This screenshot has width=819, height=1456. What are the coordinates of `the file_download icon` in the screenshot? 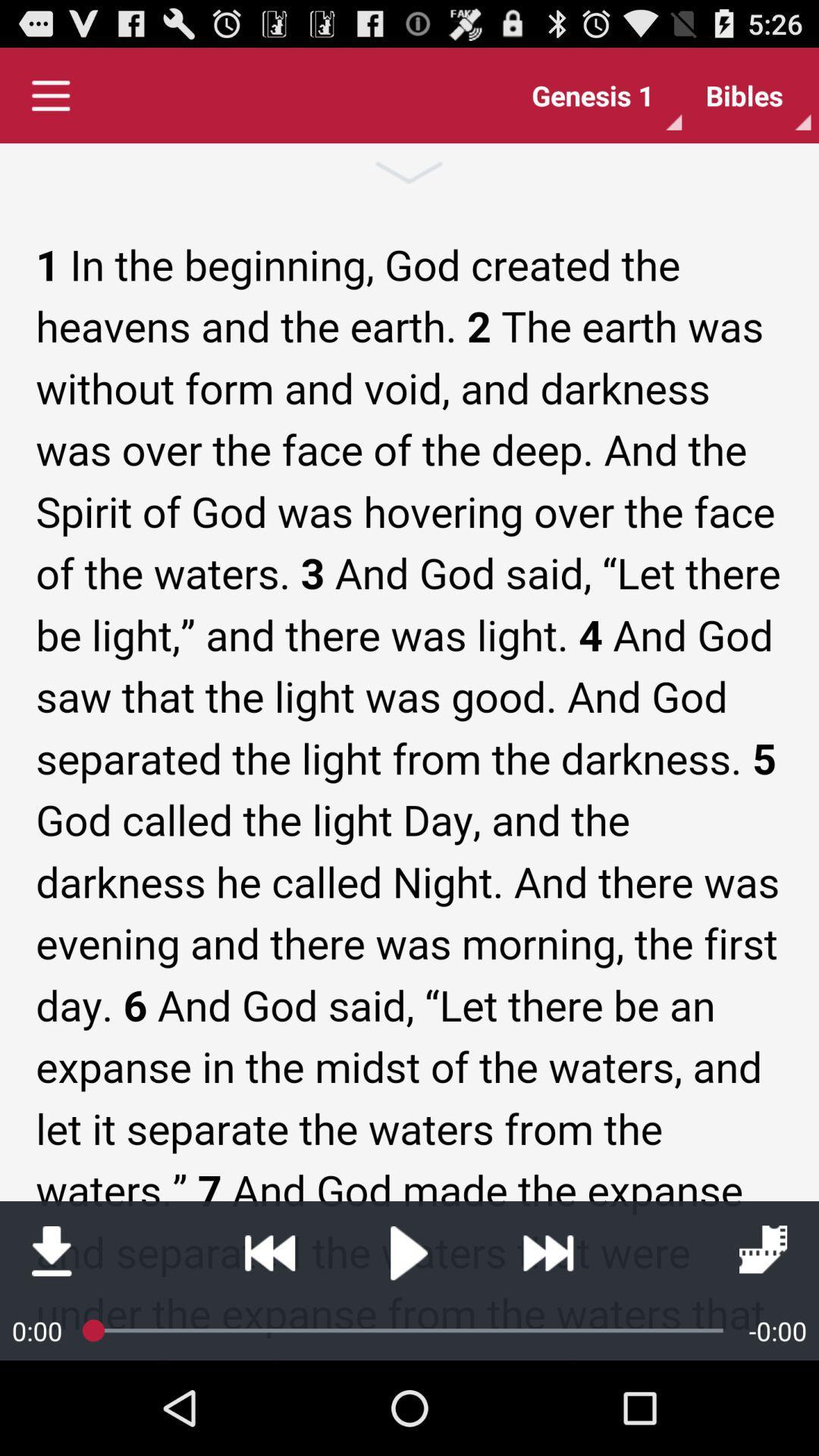 It's located at (51, 1338).